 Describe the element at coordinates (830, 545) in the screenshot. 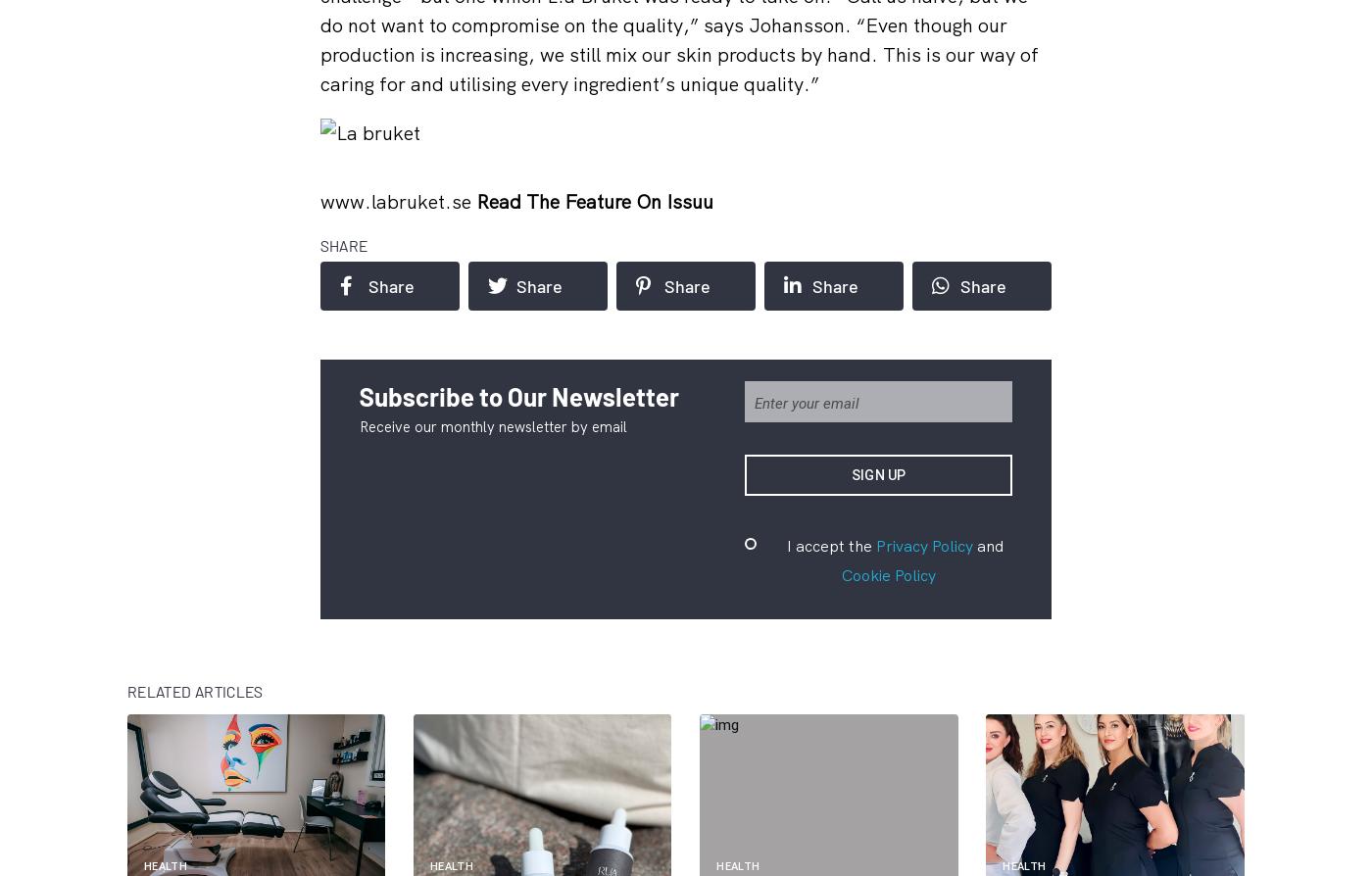

I see `'I accept the'` at that location.